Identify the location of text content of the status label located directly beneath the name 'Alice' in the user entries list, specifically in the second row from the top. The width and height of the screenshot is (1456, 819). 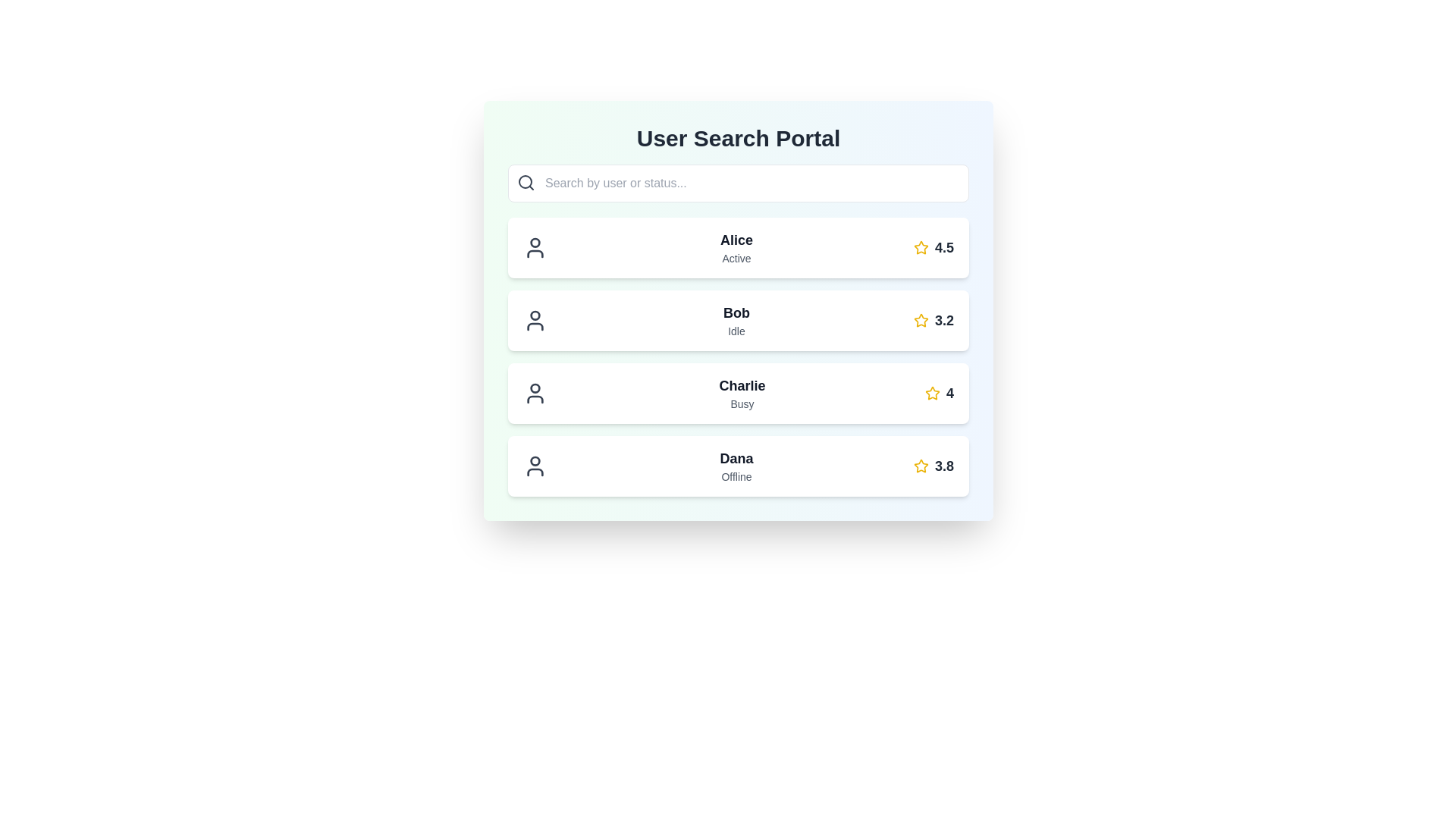
(736, 257).